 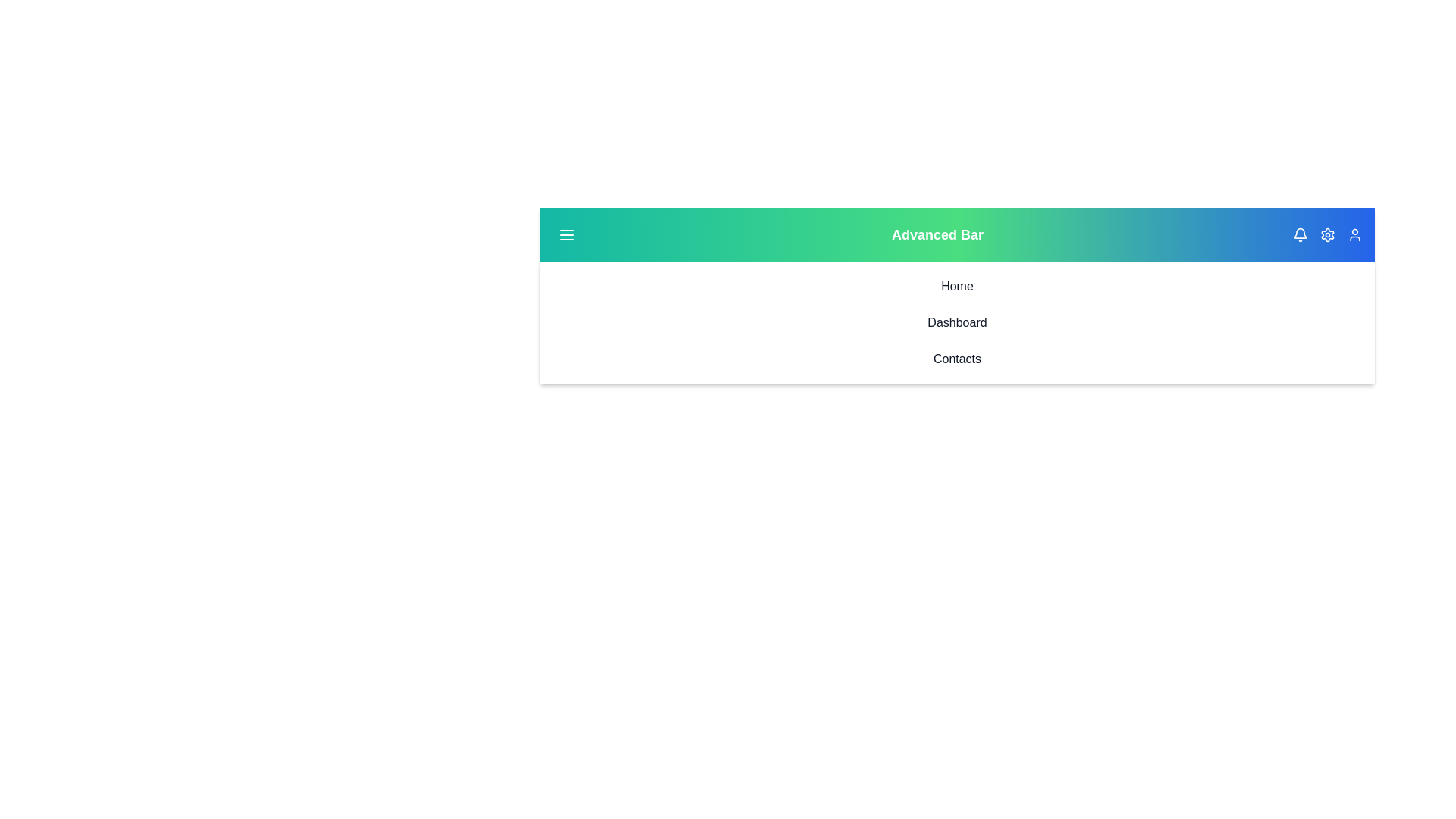 What do you see at coordinates (956, 359) in the screenshot?
I see `the 'Contacts' list item in the menu` at bounding box center [956, 359].